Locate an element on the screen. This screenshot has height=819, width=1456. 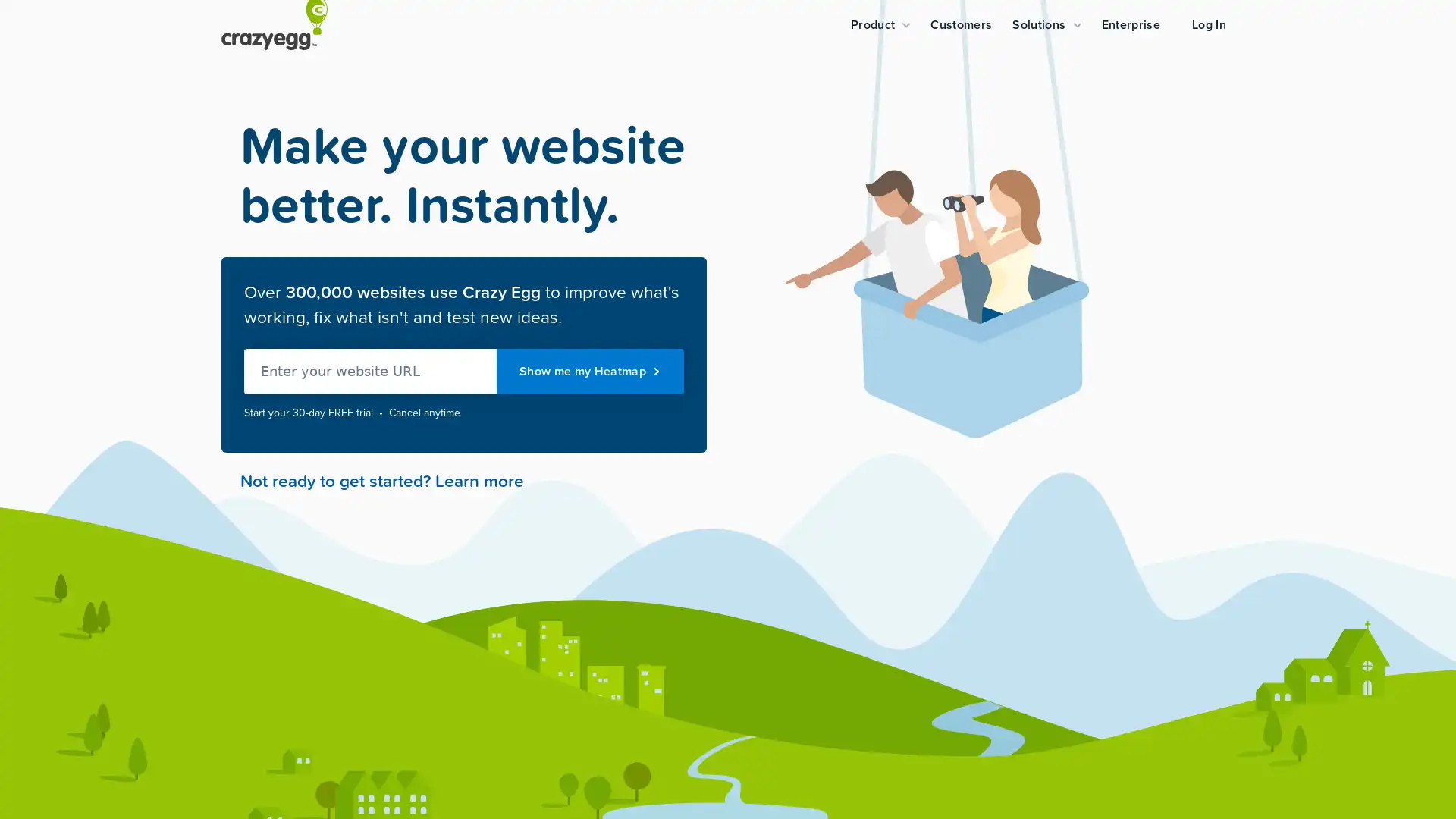
Not ready to get started? Learn more is located at coordinates (382, 480).